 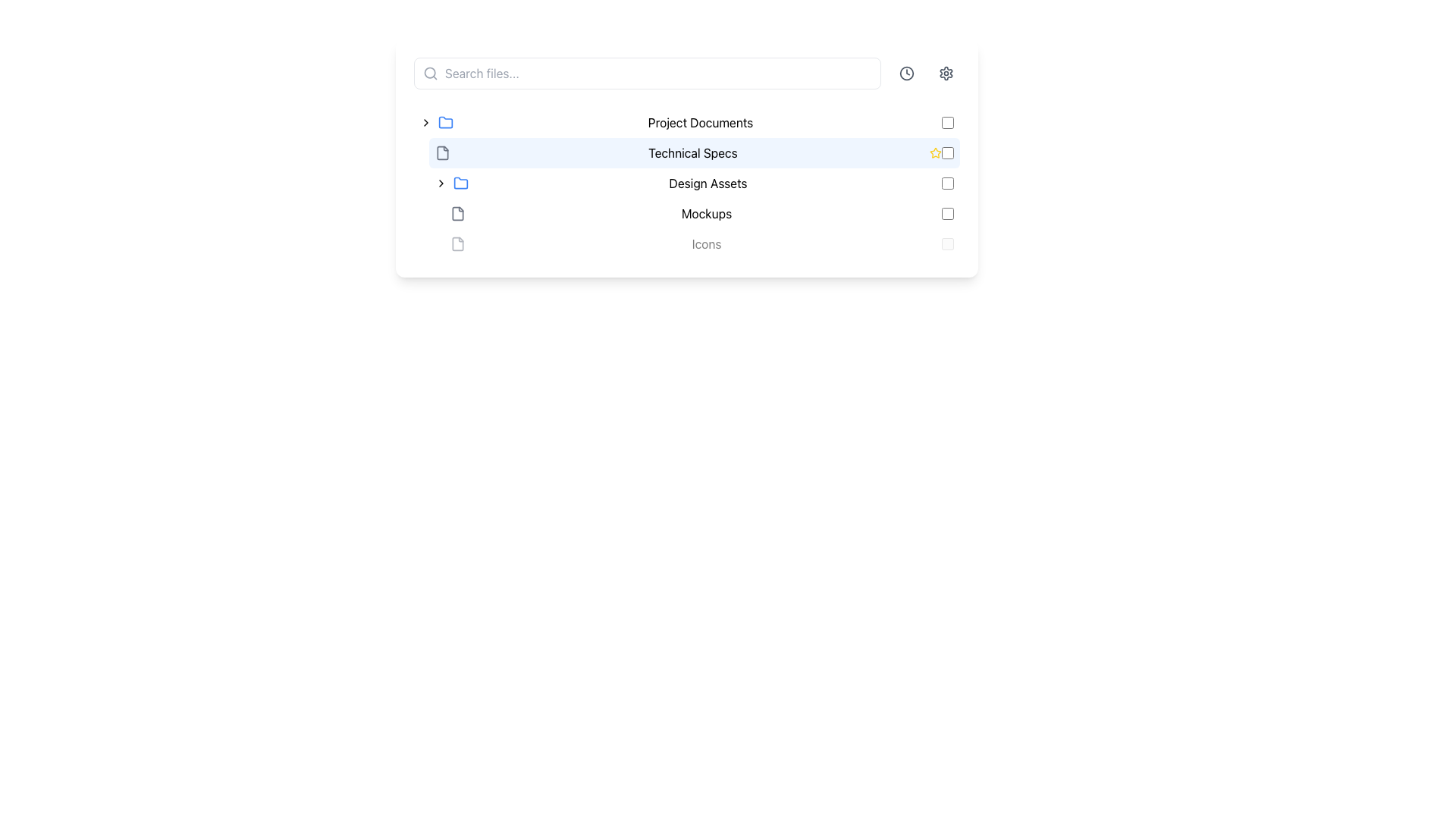 I want to click on the stylized document icon next to the 'Technical Specs' label to trigger hover effects, so click(x=457, y=213).